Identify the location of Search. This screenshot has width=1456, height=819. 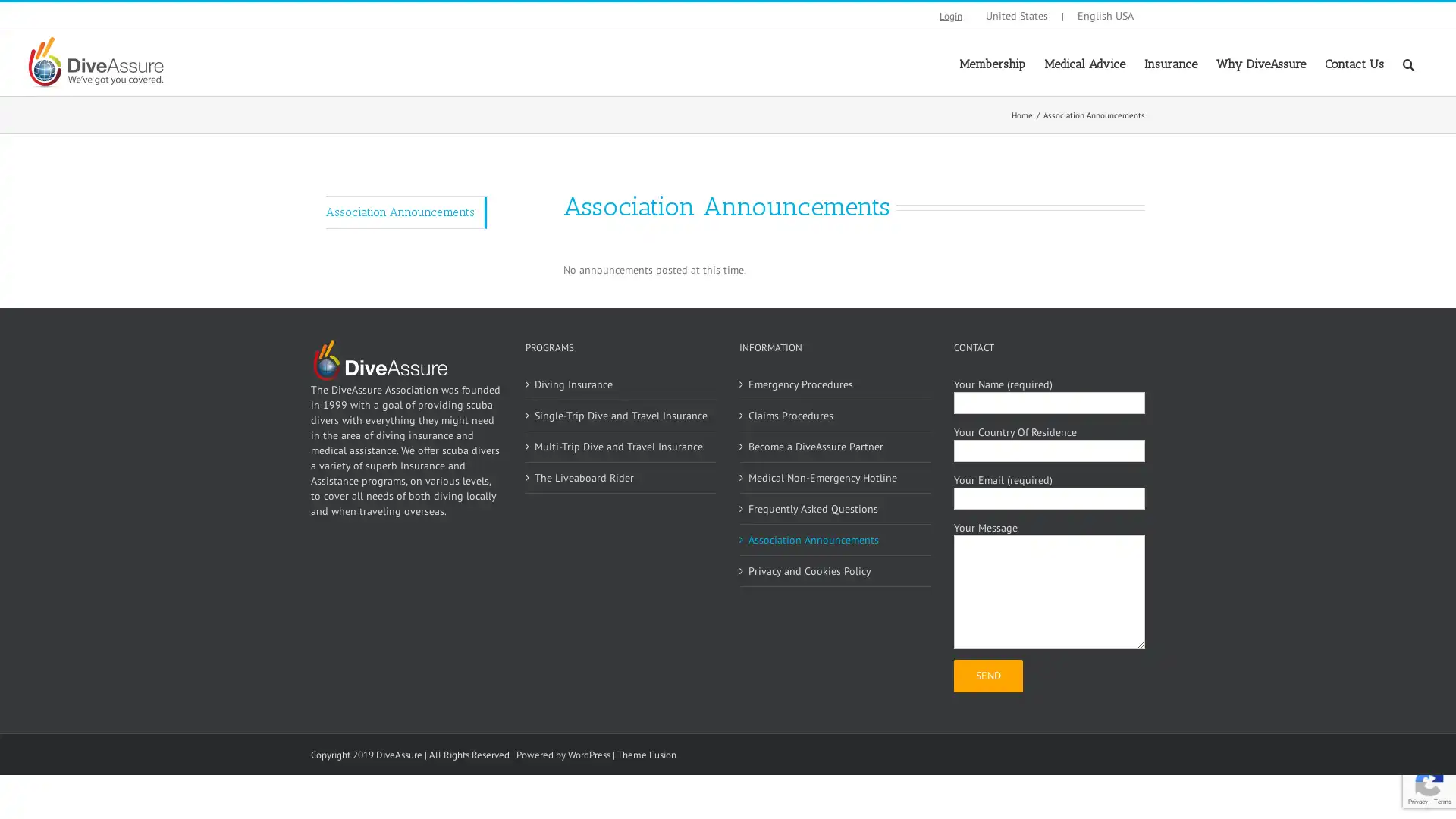
(1407, 62).